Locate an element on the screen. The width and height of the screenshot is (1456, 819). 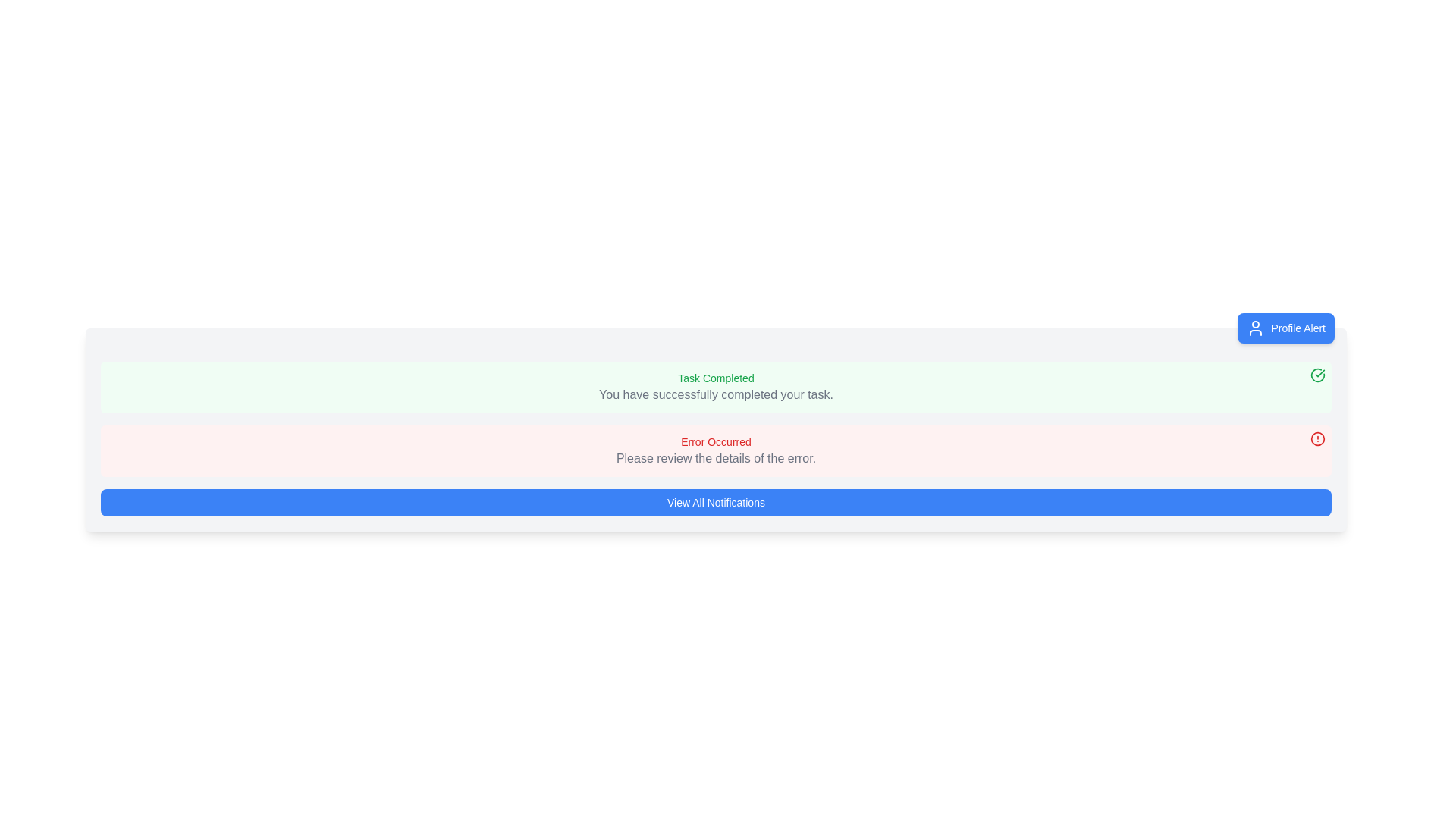
the static text element that provides confirmation feedback, positioned above the text 'You have successfully completed your task.' is located at coordinates (715, 377).